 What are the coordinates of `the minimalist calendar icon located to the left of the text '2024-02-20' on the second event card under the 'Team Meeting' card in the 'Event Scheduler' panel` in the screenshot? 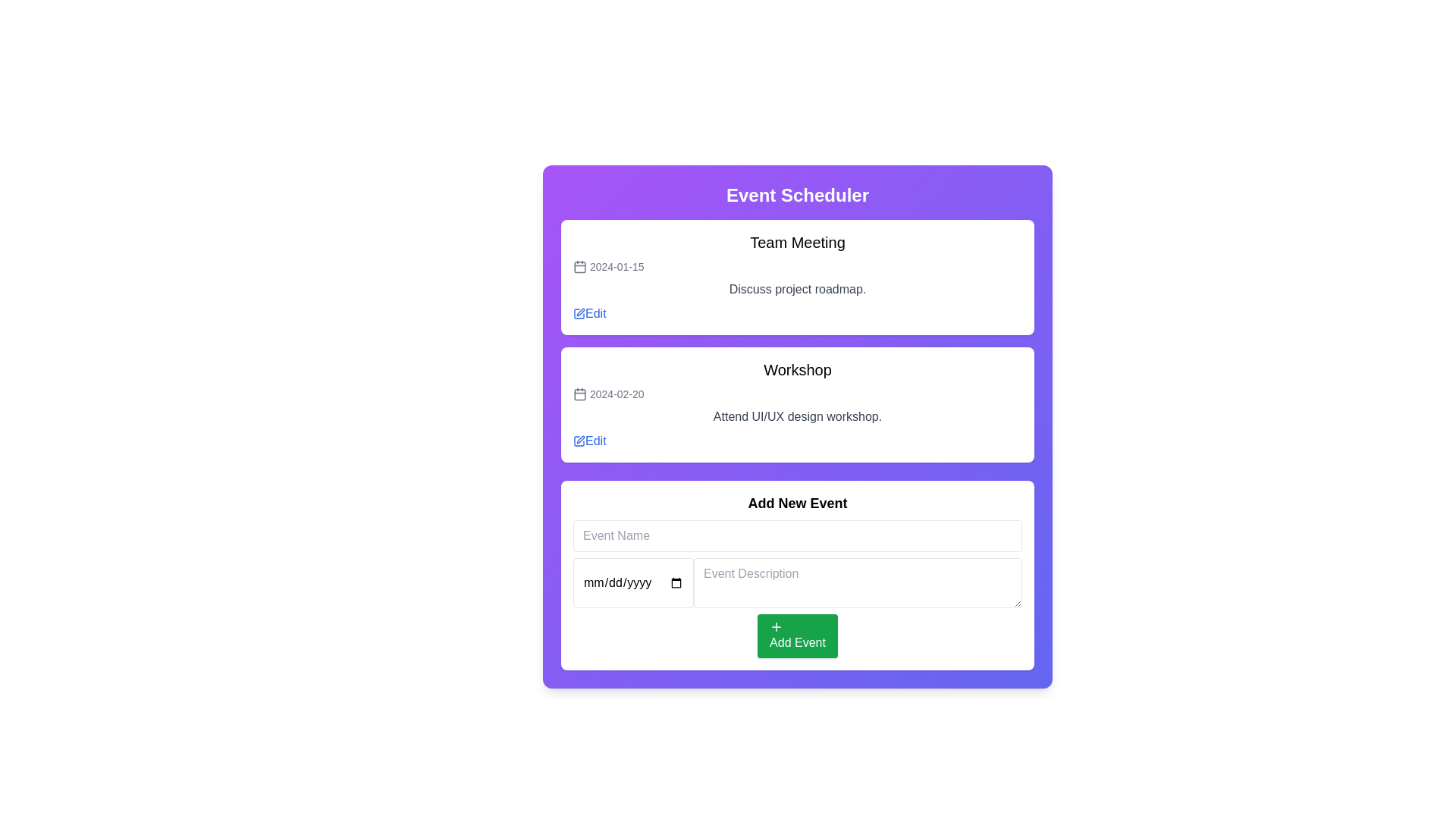 It's located at (579, 394).